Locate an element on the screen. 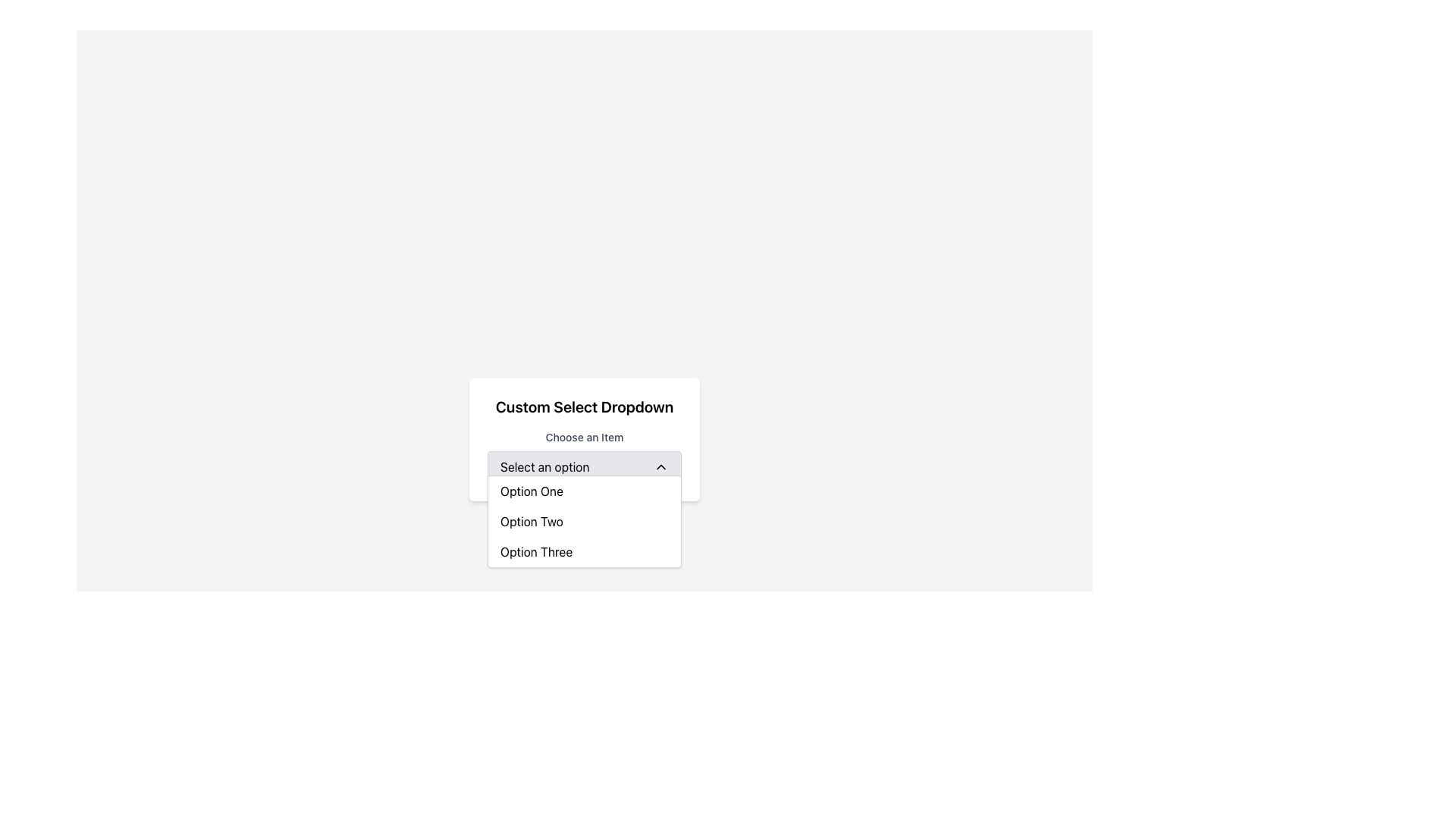 The height and width of the screenshot is (819, 1456). the Text Label that serves as an instruction for the dropdown menu, located below the heading 'Custom Select Dropdown' and above the dropdown menu 'Select an option' is located at coordinates (584, 439).